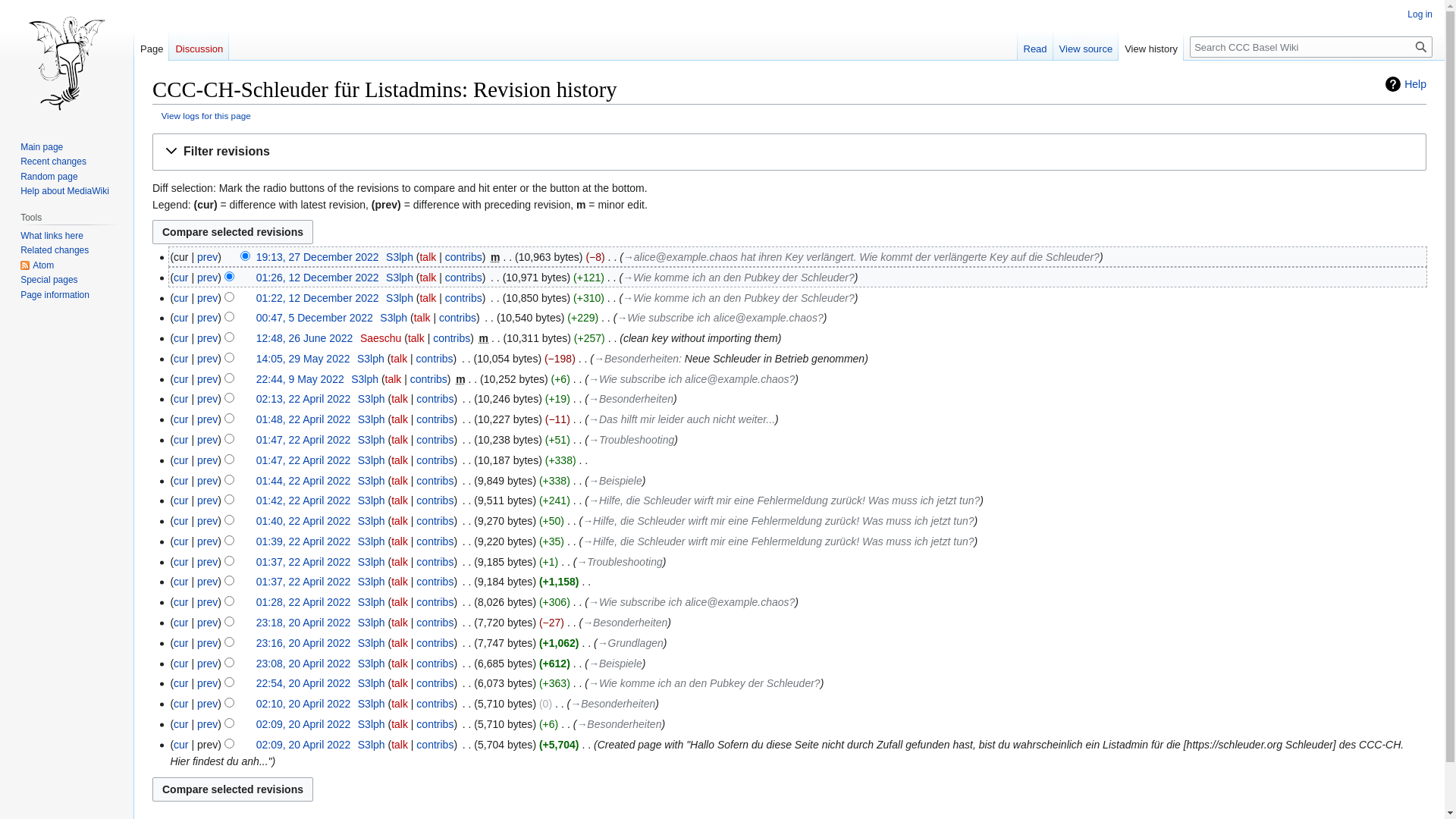 This screenshot has width=1456, height=819. What do you see at coordinates (303, 359) in the screenshot?
I see `'14:05, 29 May 2022'` at bounding box center [303, 359].